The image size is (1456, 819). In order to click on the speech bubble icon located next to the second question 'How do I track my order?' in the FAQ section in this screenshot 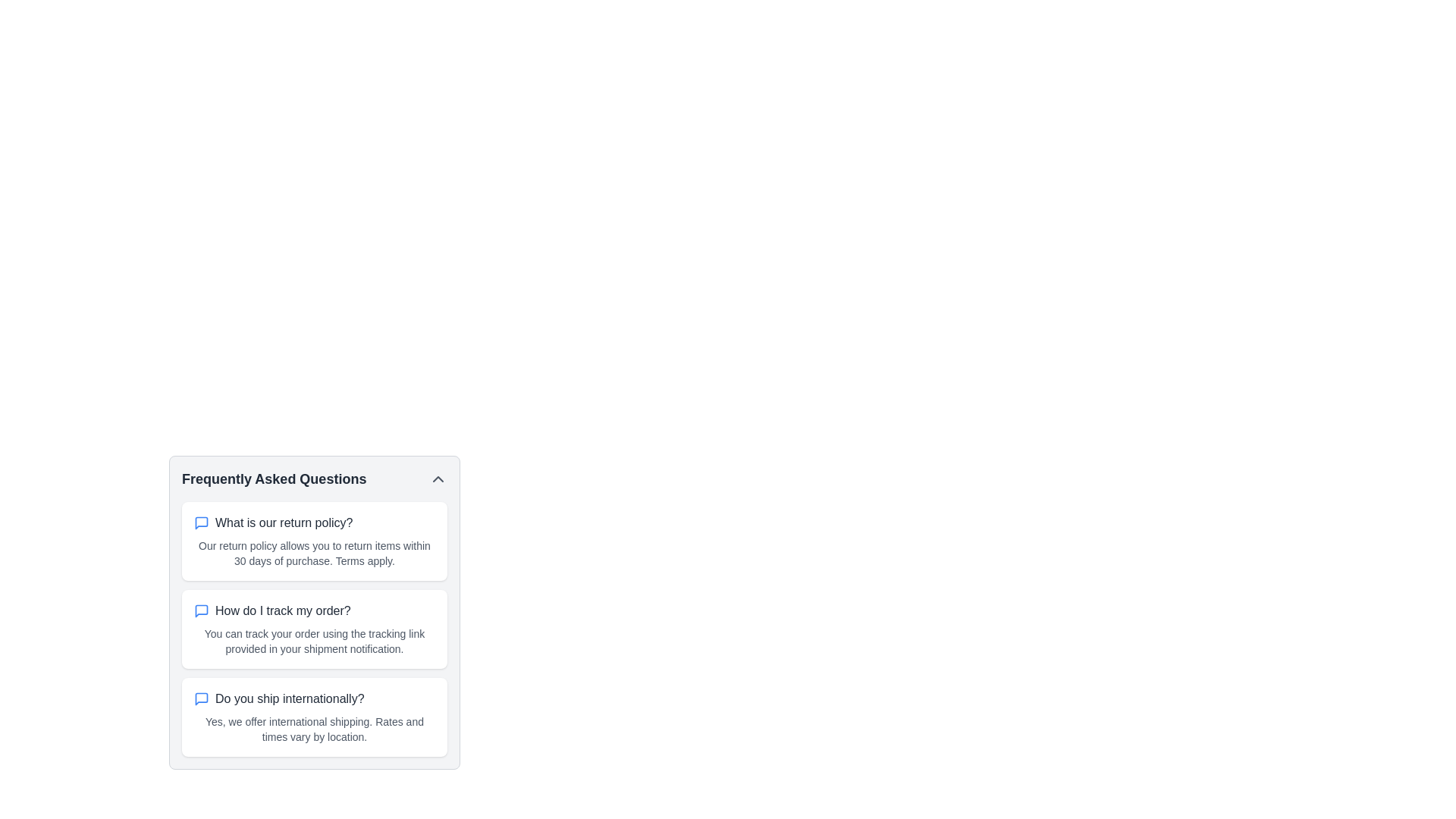, I will do `click(200, 522)`.